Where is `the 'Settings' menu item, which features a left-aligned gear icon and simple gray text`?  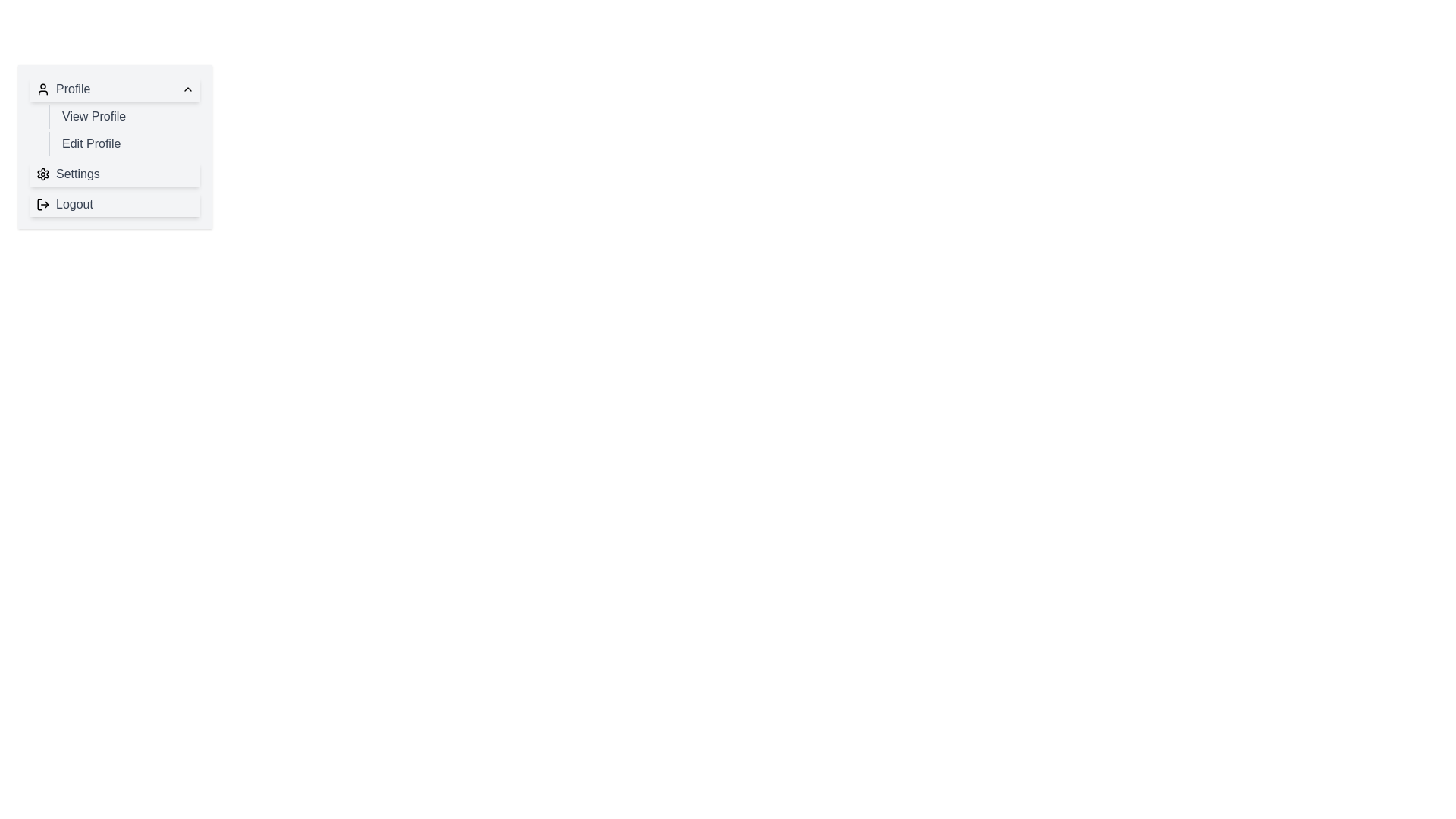
the 'Settings' menu item, which features a left-aligned gear icon and simple gray text is located at coordinates (67, 174).